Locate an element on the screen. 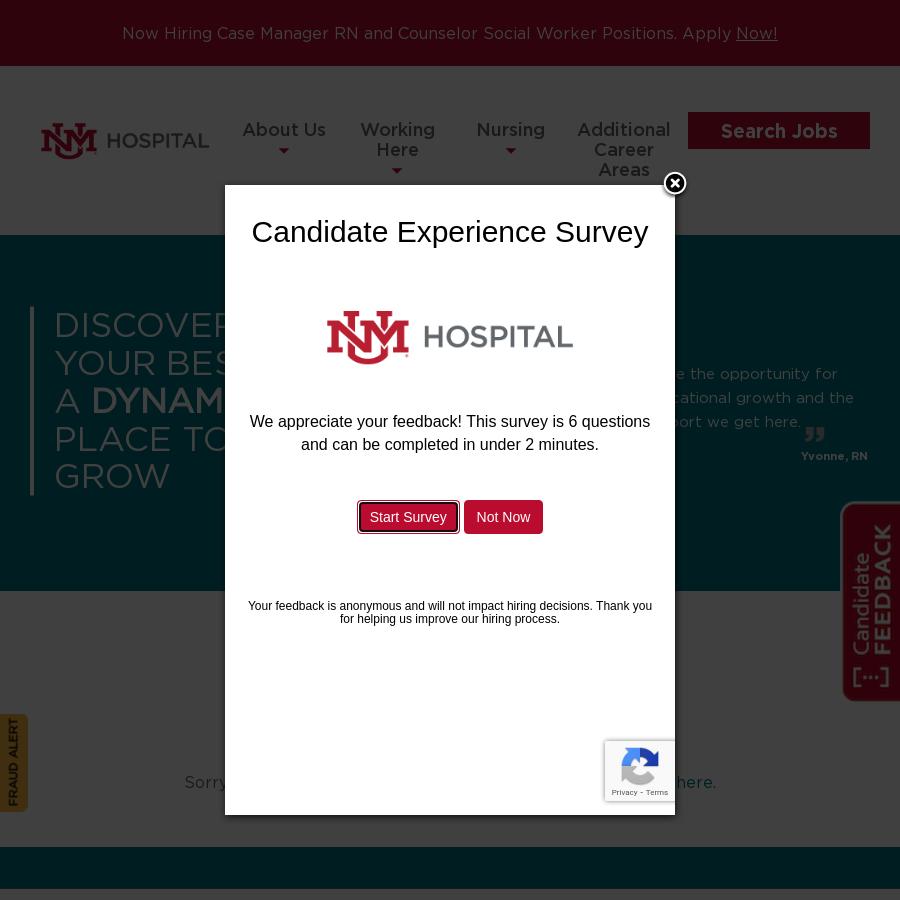 Image resolution: width=900 pixels, height=900 pixels. 'Search Jobs' is located at coordinates (777, 130).